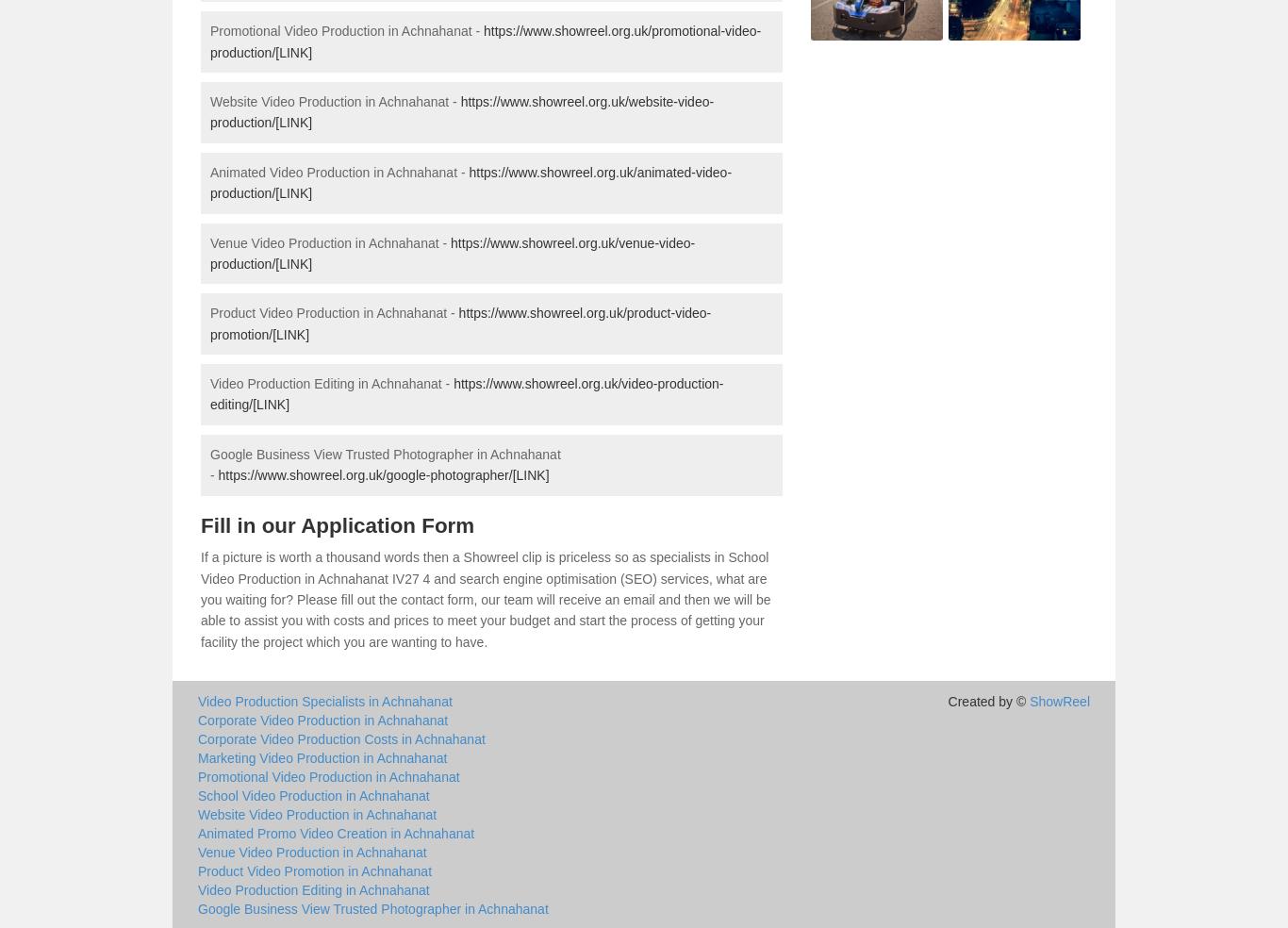  I want to click on 'https://www.showreel.org.uk/venue-video-production/[LINK]', so click(209, 252).